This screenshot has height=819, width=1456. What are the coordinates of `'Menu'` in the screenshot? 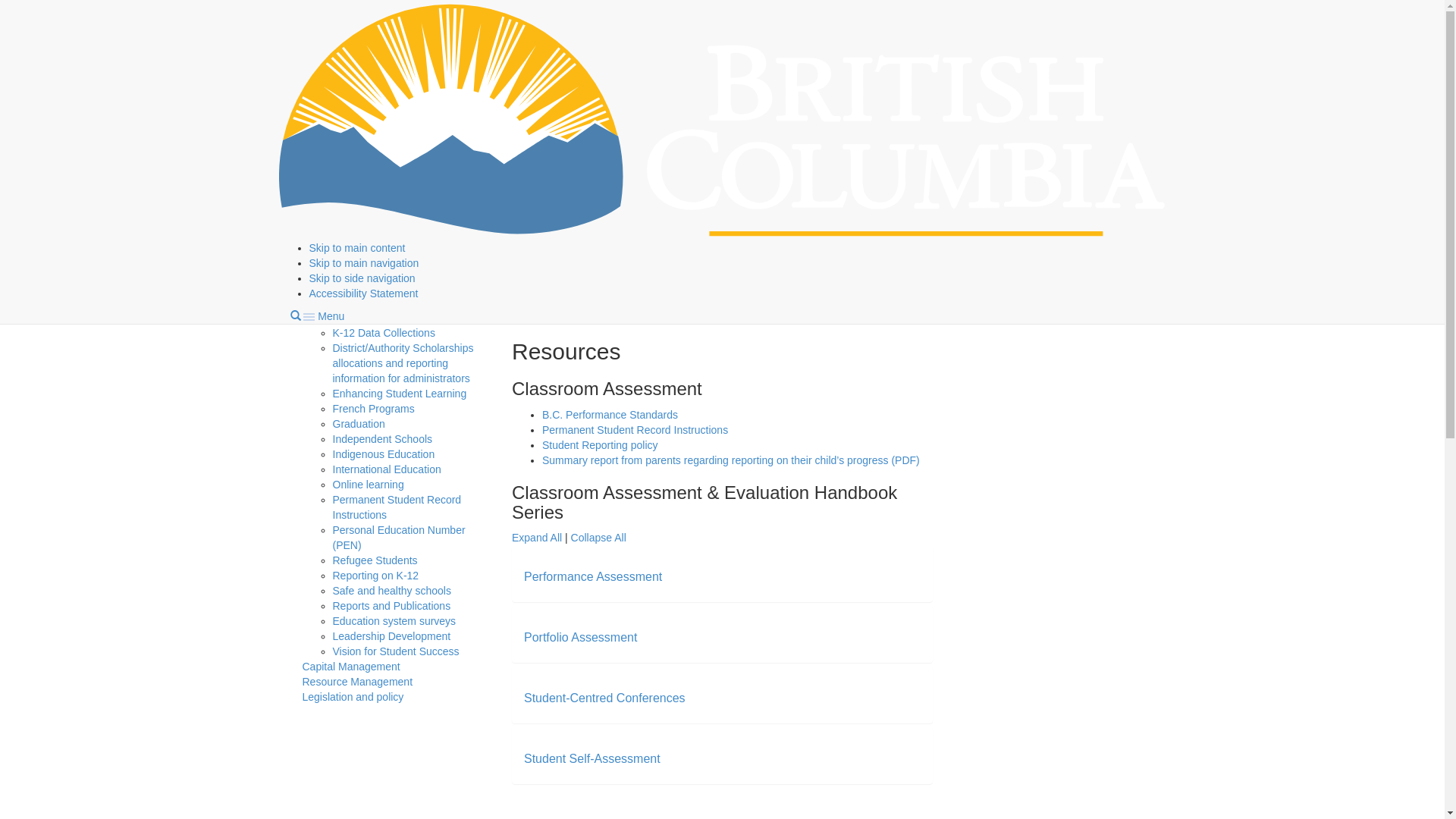 It's located at (323, 315).